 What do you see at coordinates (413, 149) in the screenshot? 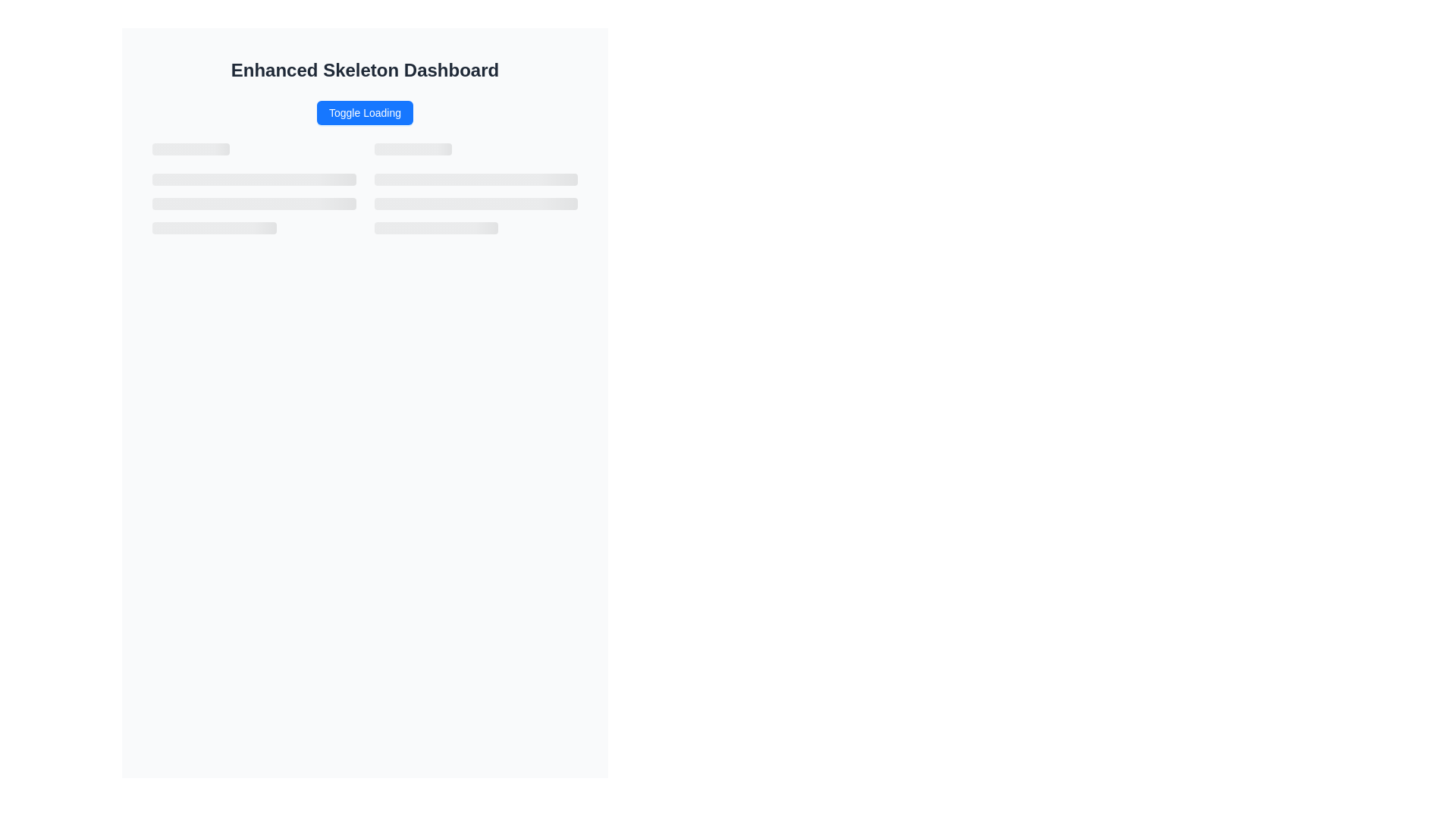
I see `the Skeleton placeholder (title style), which is a grayed-out horizontal loading bar located just below the 'Toggle Loading' button` at bounding box center [413, 149].